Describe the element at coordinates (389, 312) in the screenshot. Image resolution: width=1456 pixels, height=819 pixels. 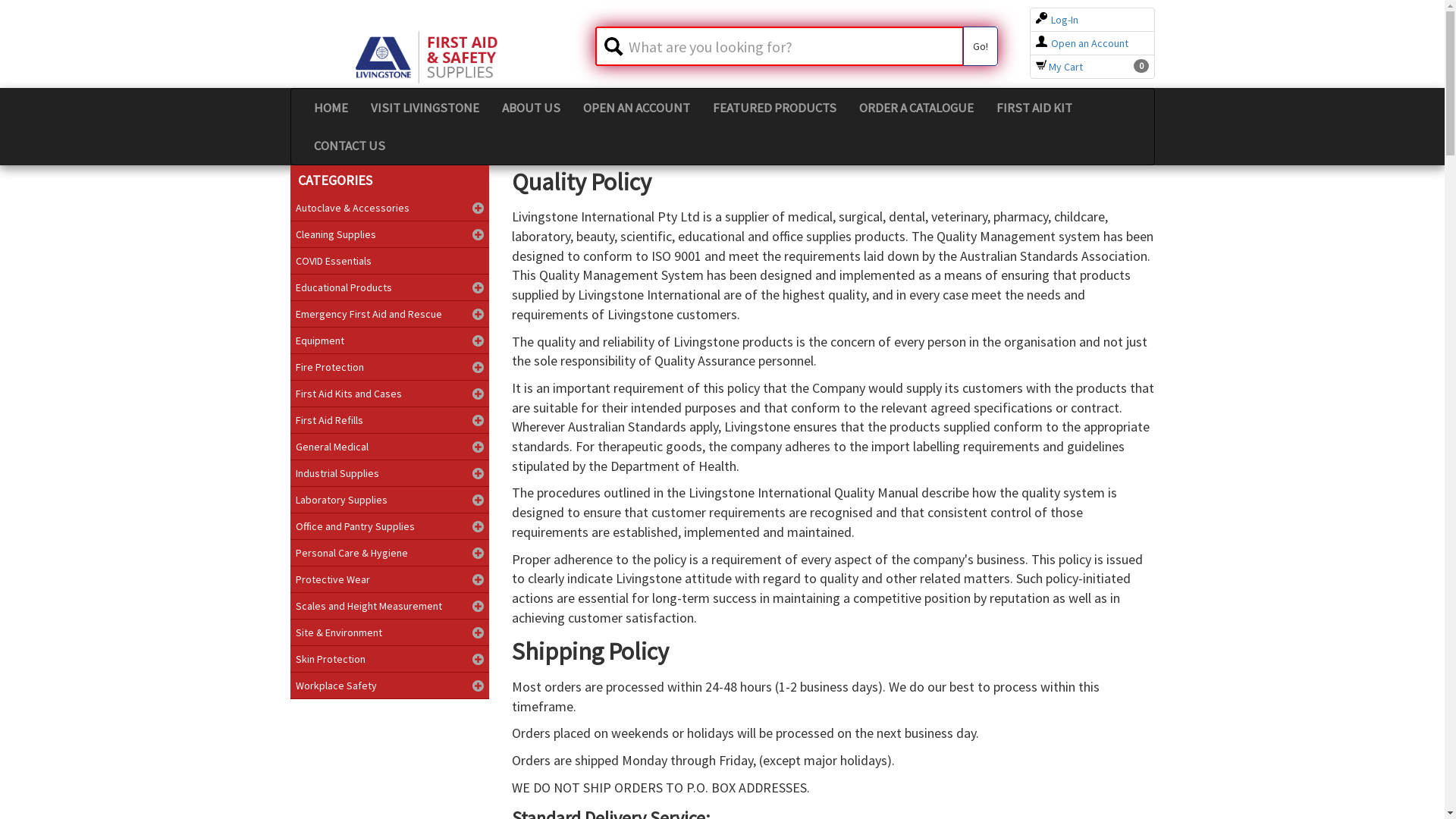
I see `'Emergency First Aid and Rescue'` at that location.